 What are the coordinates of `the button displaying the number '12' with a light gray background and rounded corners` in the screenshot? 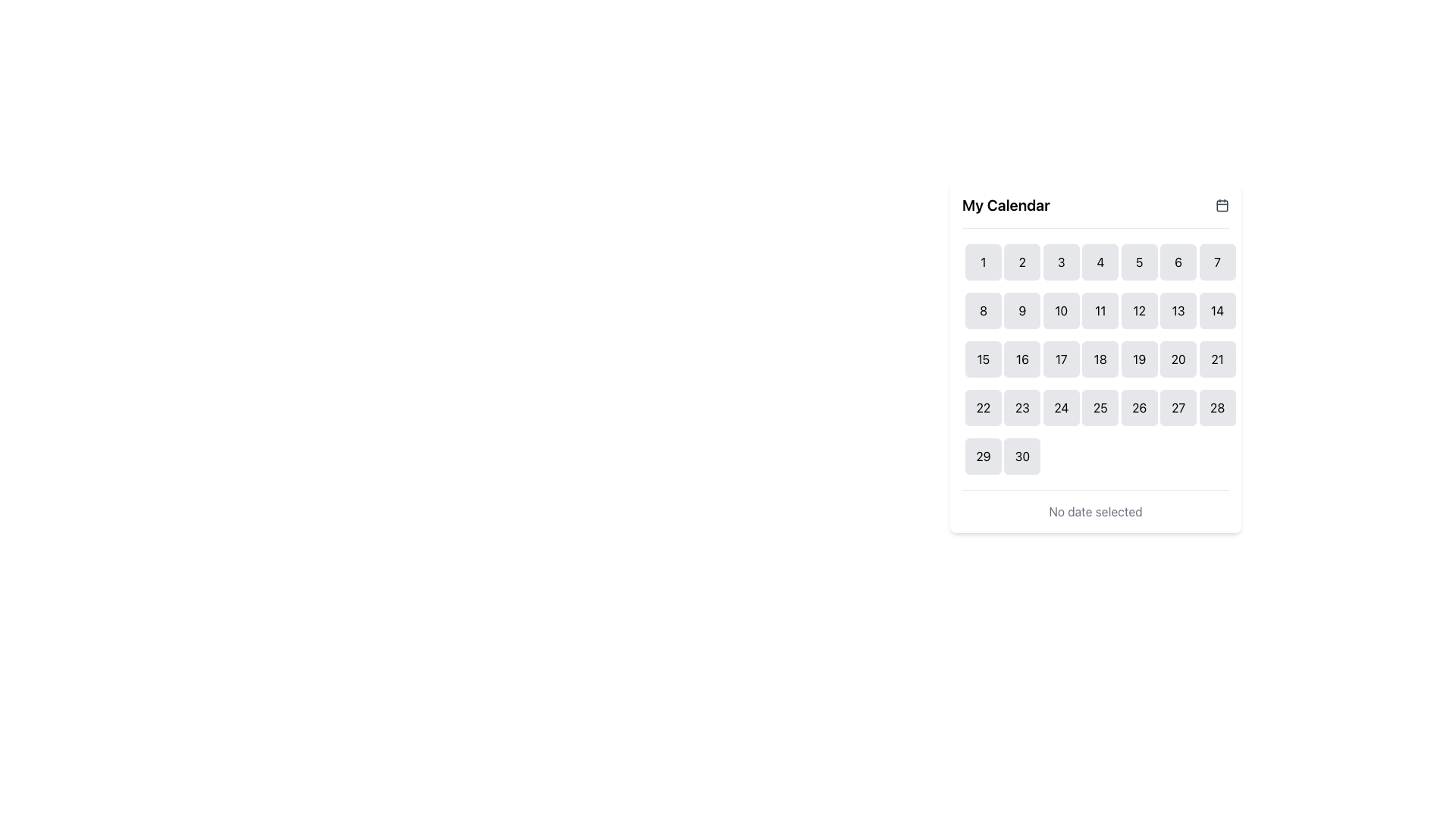 It's located at (1139, 309).